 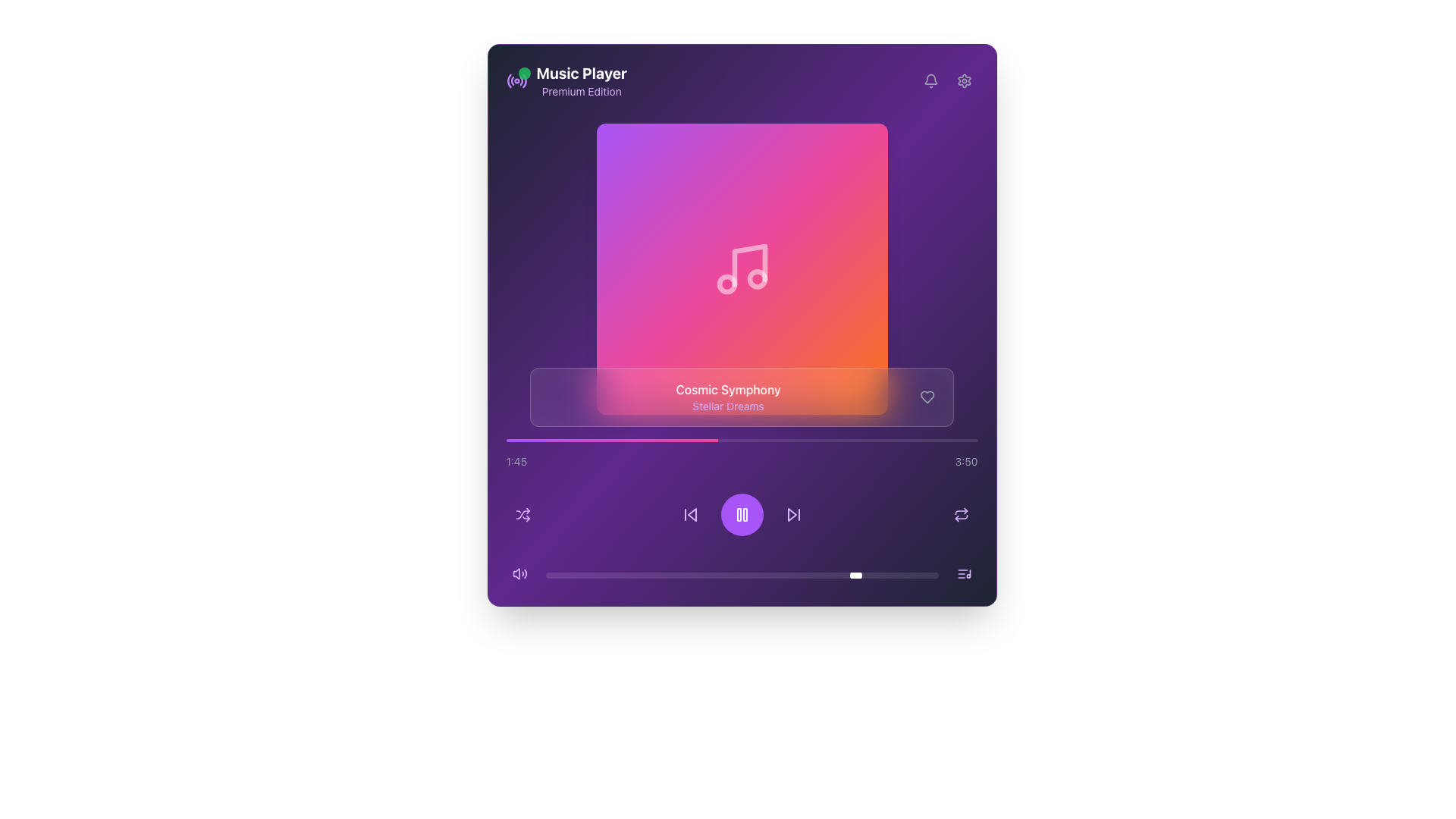 What do you see at coordinates (742, 513) in the screenshot?
I see `the rounded purple button with a white pause symbol at the bottom center of the music player interface` at bounding box center [742, 513].